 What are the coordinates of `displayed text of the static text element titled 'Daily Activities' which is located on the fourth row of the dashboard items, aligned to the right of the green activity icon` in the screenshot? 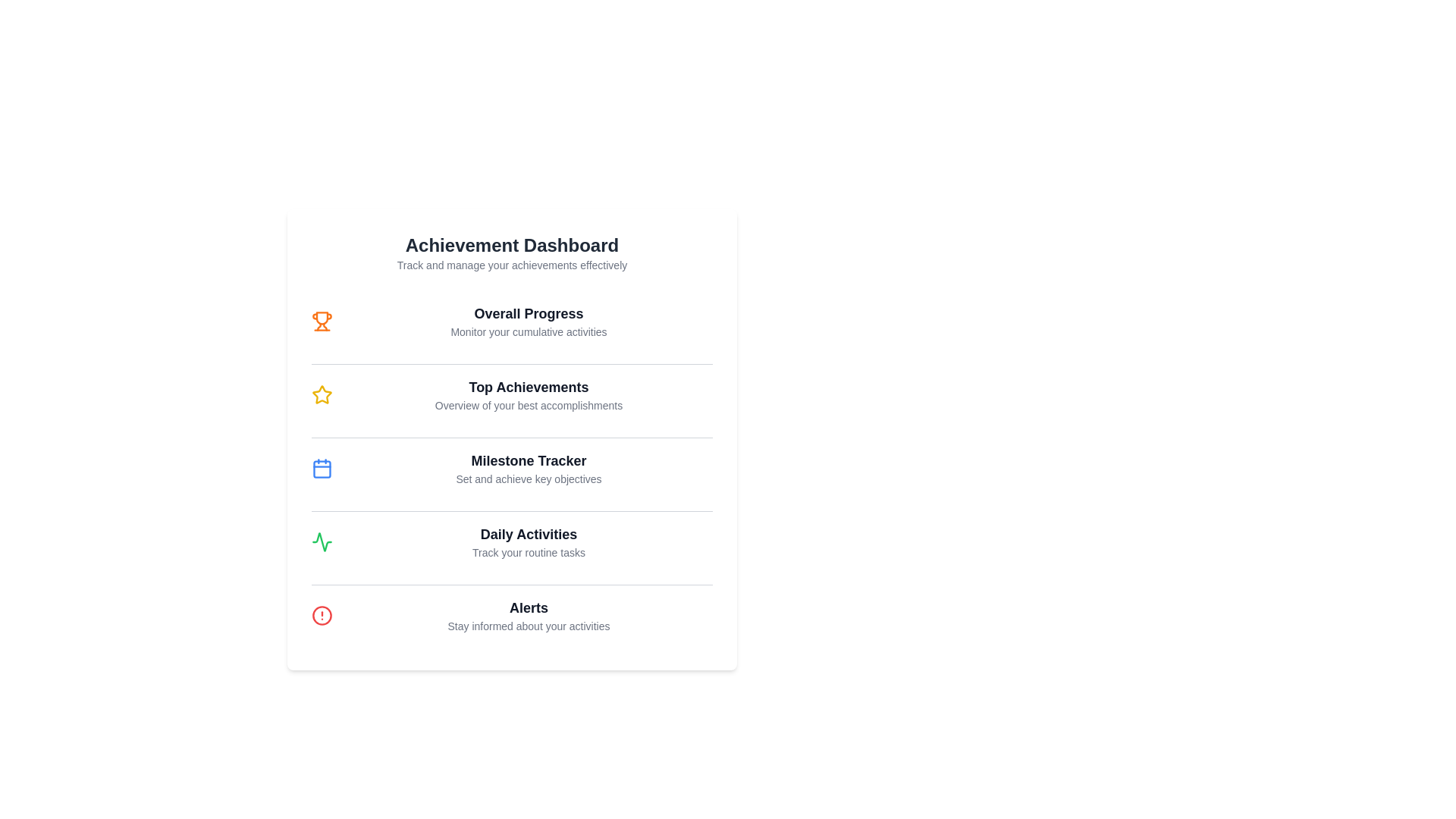 It's located at (529, 541).